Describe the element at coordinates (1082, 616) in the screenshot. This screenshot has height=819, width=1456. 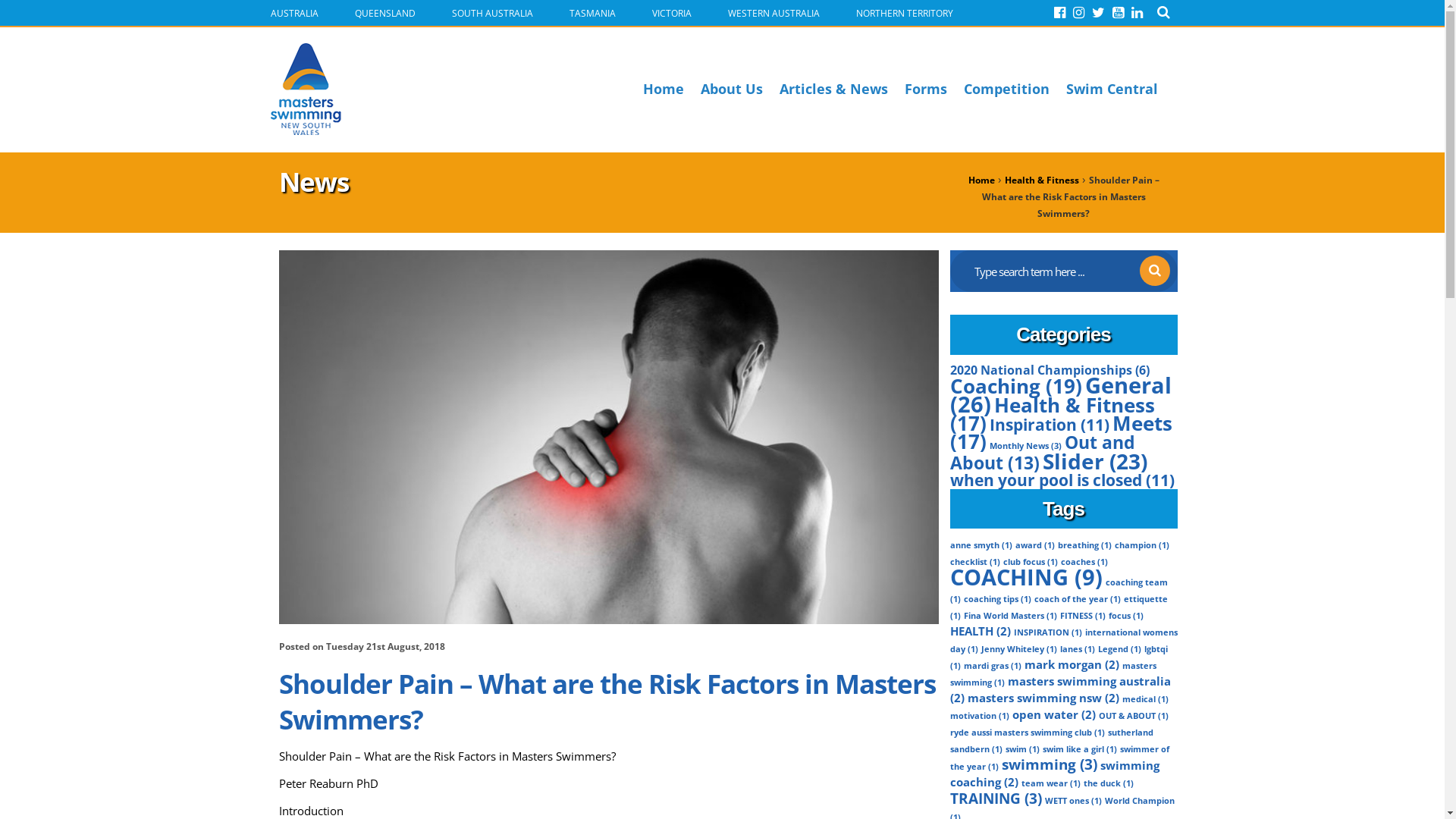
I see `'FITNESS (1)'` at that location.